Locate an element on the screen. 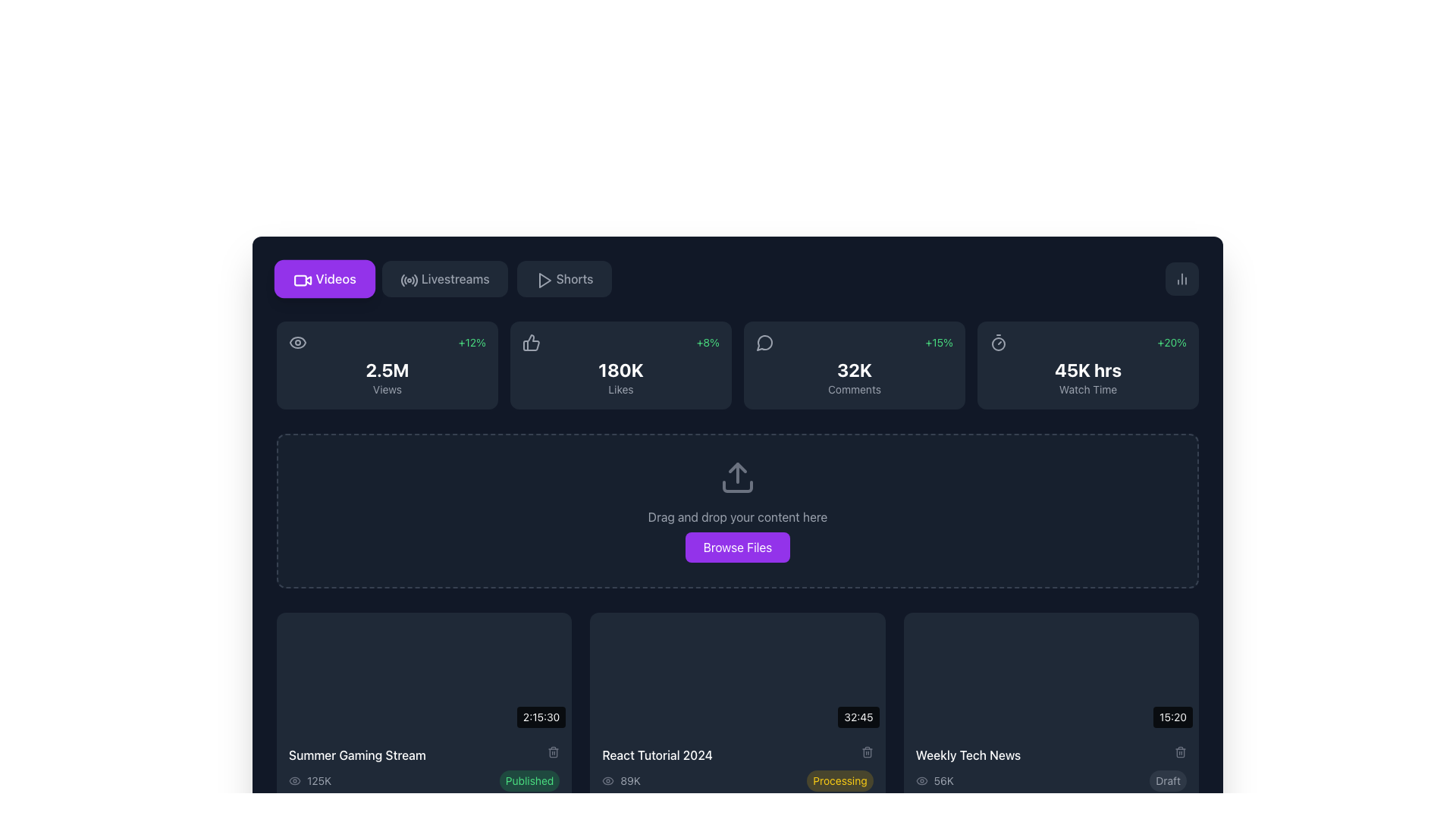 Image resolution: width=1456 pixels, height=819 pixels. the Text-based informational block displaying the number of comments, positioned in the third section of the top row of the dashboard interface, adjacent to '180K Likes' on the left and '45K hrs' on the right is located at coordinates (855, 376).